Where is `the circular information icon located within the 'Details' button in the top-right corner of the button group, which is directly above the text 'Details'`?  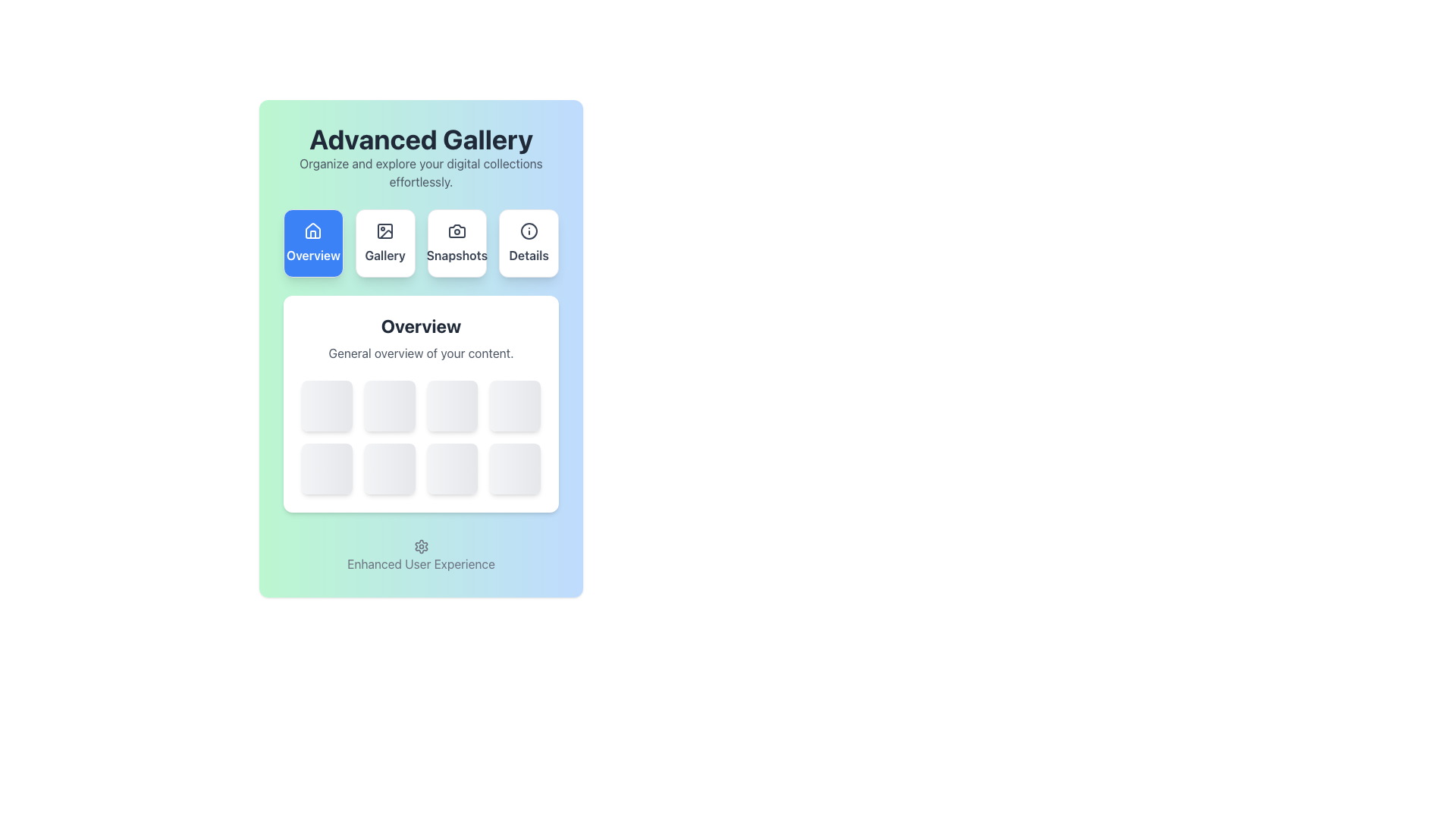
the circular information icon located within the 'Details' button in the top-right corner of the button group, which is directly above the text 'Details' is located at coordinates (529, 231).